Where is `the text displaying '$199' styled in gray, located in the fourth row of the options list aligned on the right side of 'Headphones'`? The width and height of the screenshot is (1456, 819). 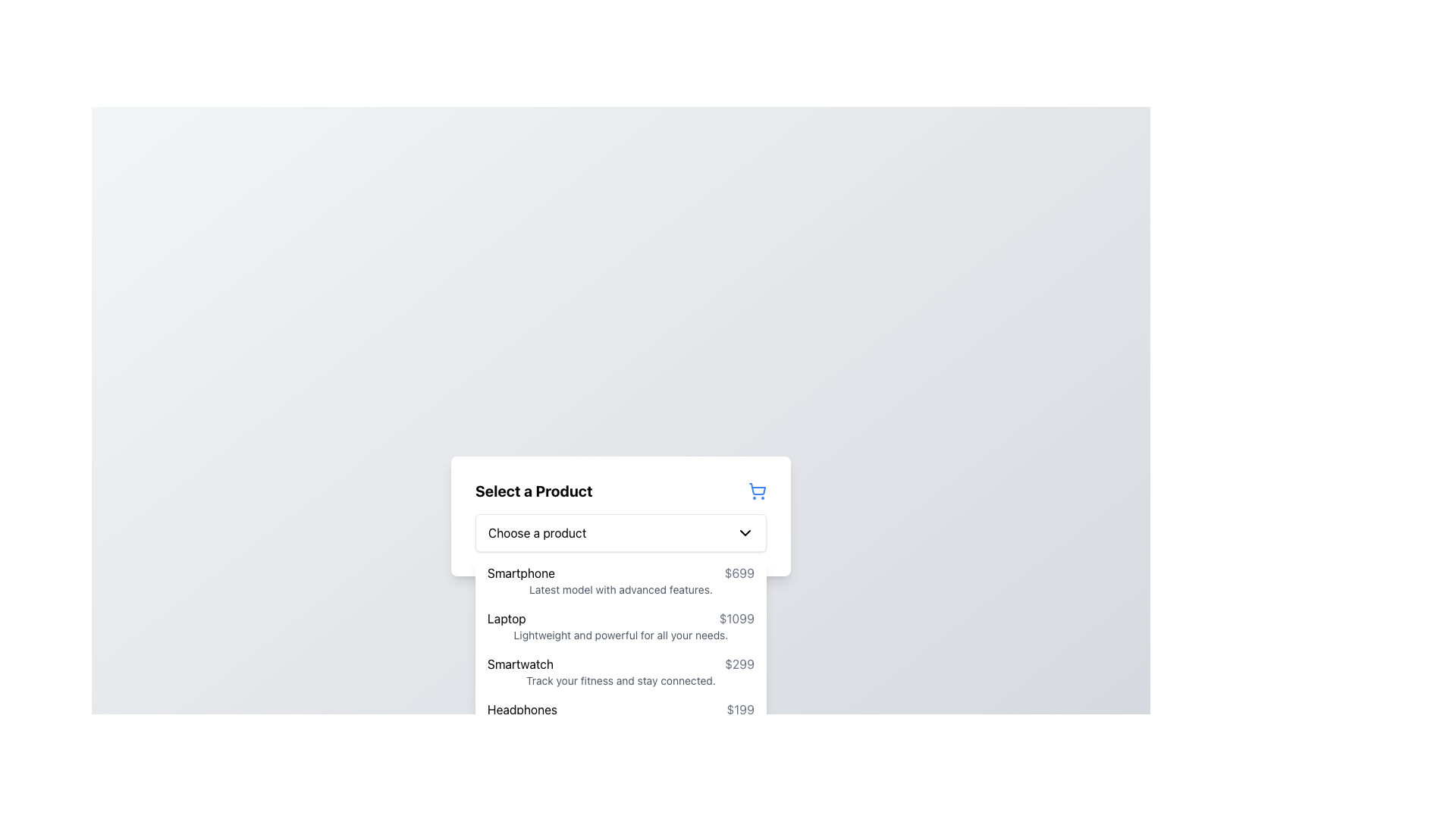 the text displaying '$199' styled in gray, located in the fourth row of the options list aligned on the right side of 'Headphones' is located at coordinates (740, 710).